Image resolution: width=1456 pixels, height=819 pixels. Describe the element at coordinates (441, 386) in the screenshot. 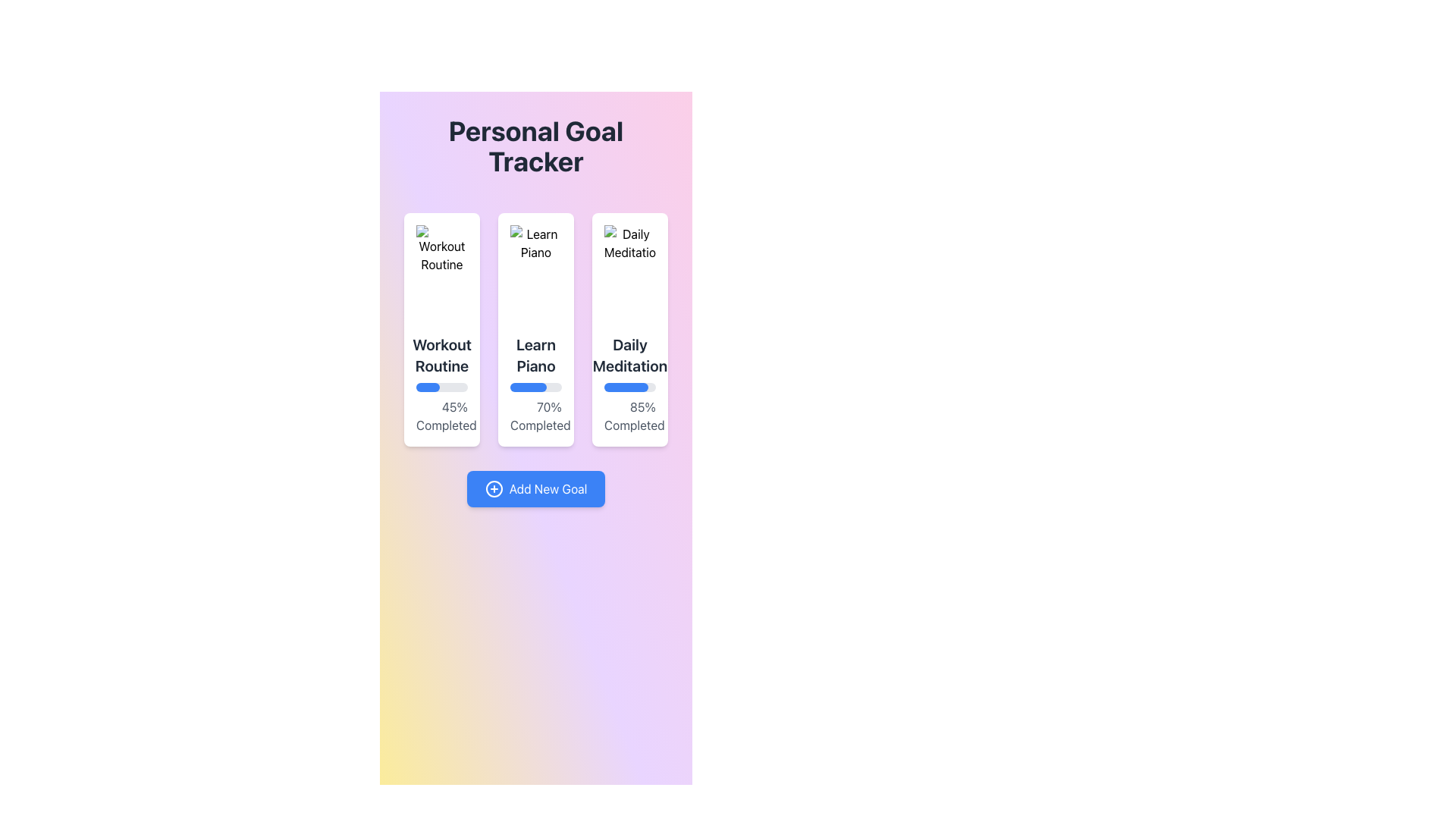

I see `the progress bar indicating '45% Completed' in the first card titled 'Workout Routine'` at that location.